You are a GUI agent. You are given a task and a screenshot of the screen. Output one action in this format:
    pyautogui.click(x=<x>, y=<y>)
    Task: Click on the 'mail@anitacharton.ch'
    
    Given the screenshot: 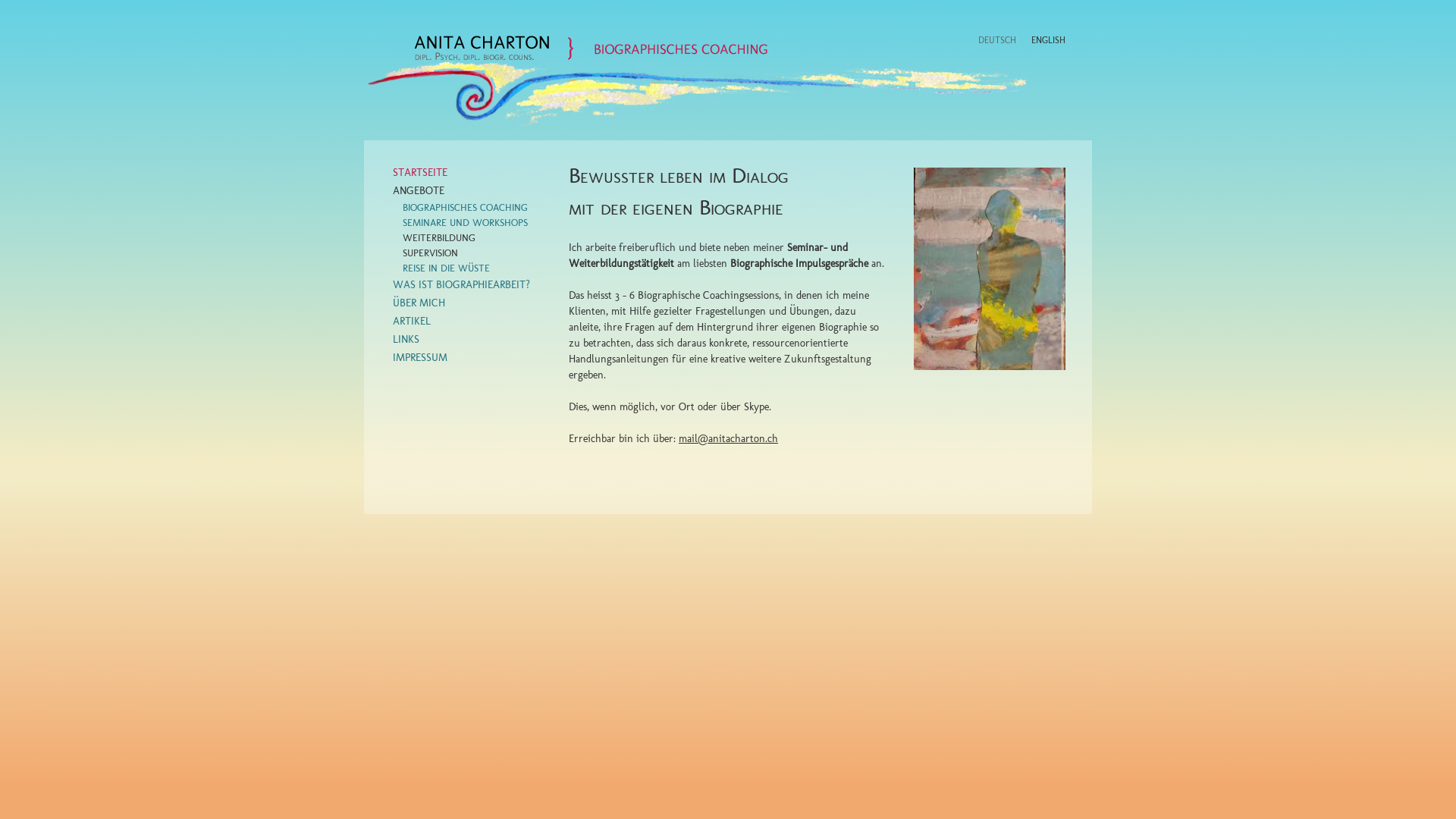 What is the action you would take?
    pyautogui.click(x=728, y=438)
    